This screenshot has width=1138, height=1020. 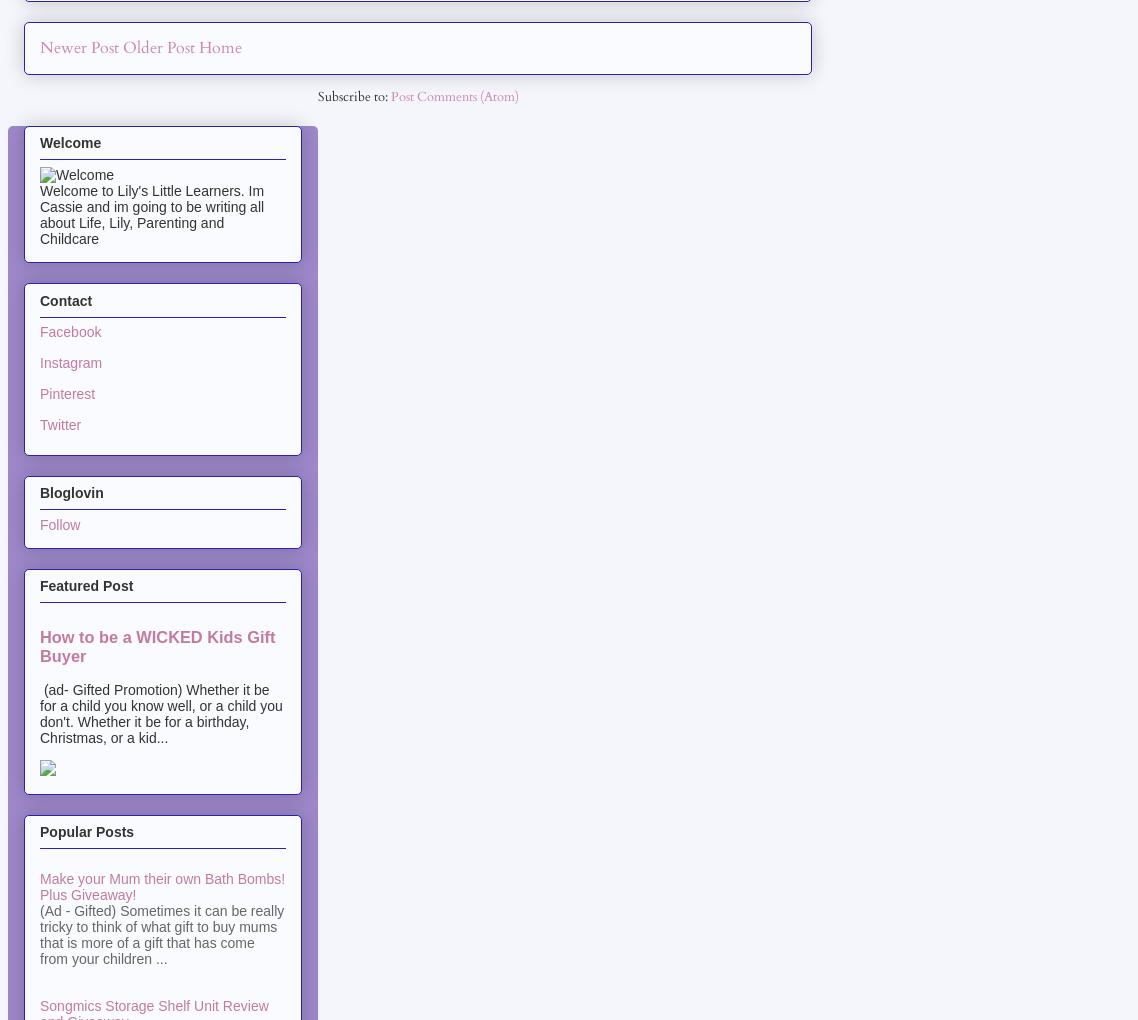 What do you see at coordinates (162, 885) in the screenshot?
I see `'Make your Mum their own Bath Bombs! Plus Giveaway!'` at bounding box center [162, 885].